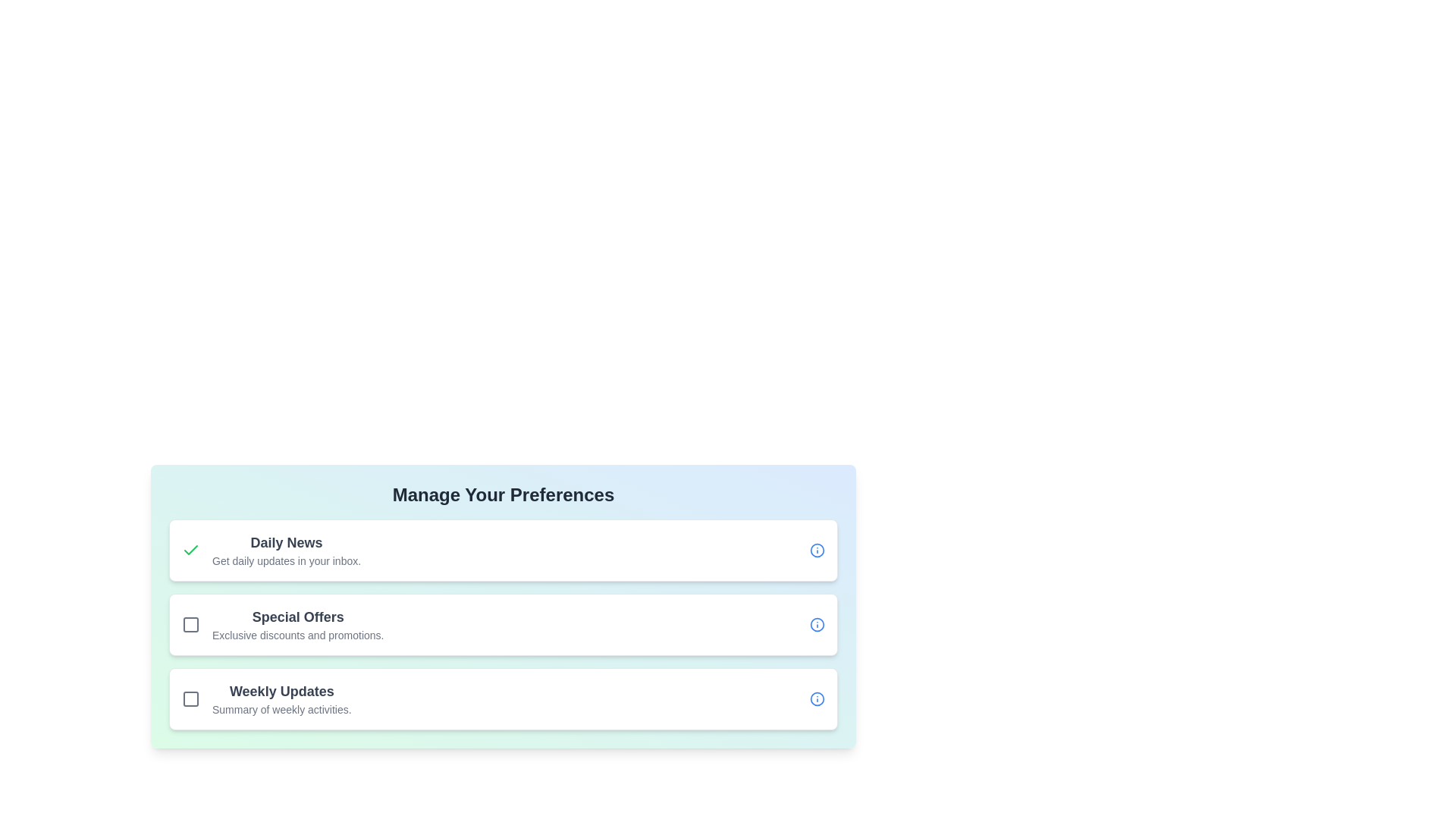 The image size is (1456, 819). Describe the element at coordinates (287, 561) in the screenshot. I see `the text label that reads 'Get daily updates in your inbox.' located under the 'Daily News' heading in the 'Manage Your Preferences' section` at that location.